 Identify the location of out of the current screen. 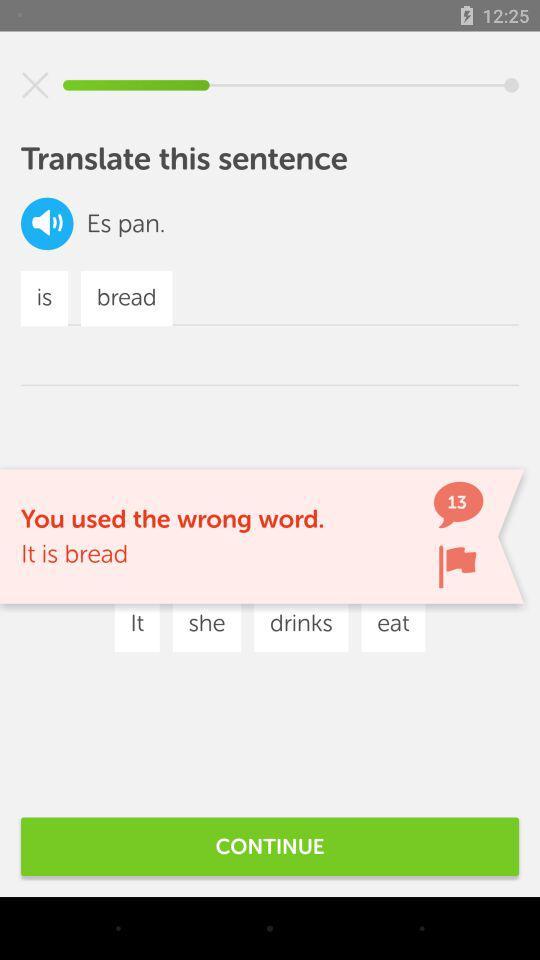
(35, 85).